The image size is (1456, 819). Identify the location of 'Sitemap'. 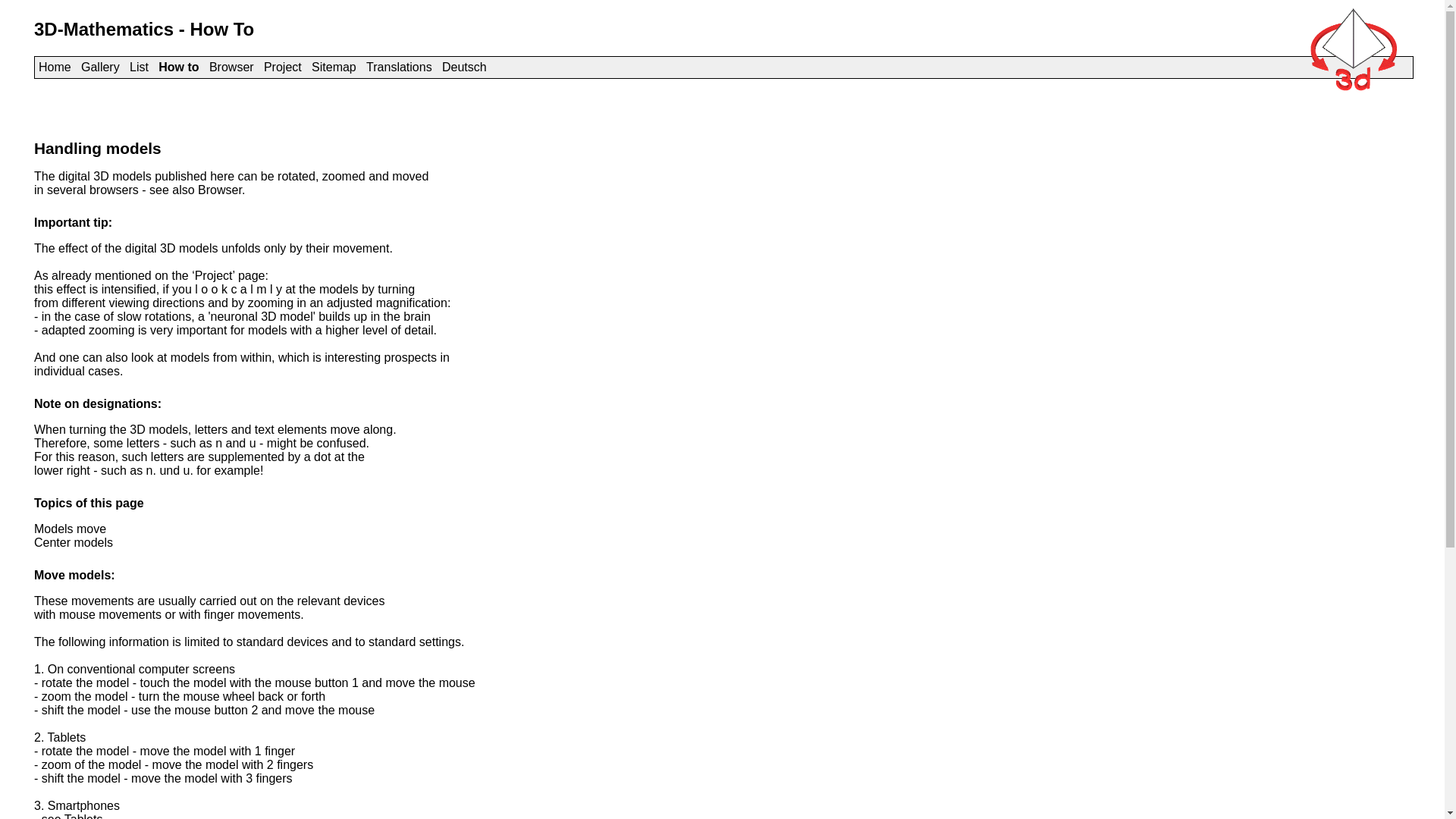
(311, 66).